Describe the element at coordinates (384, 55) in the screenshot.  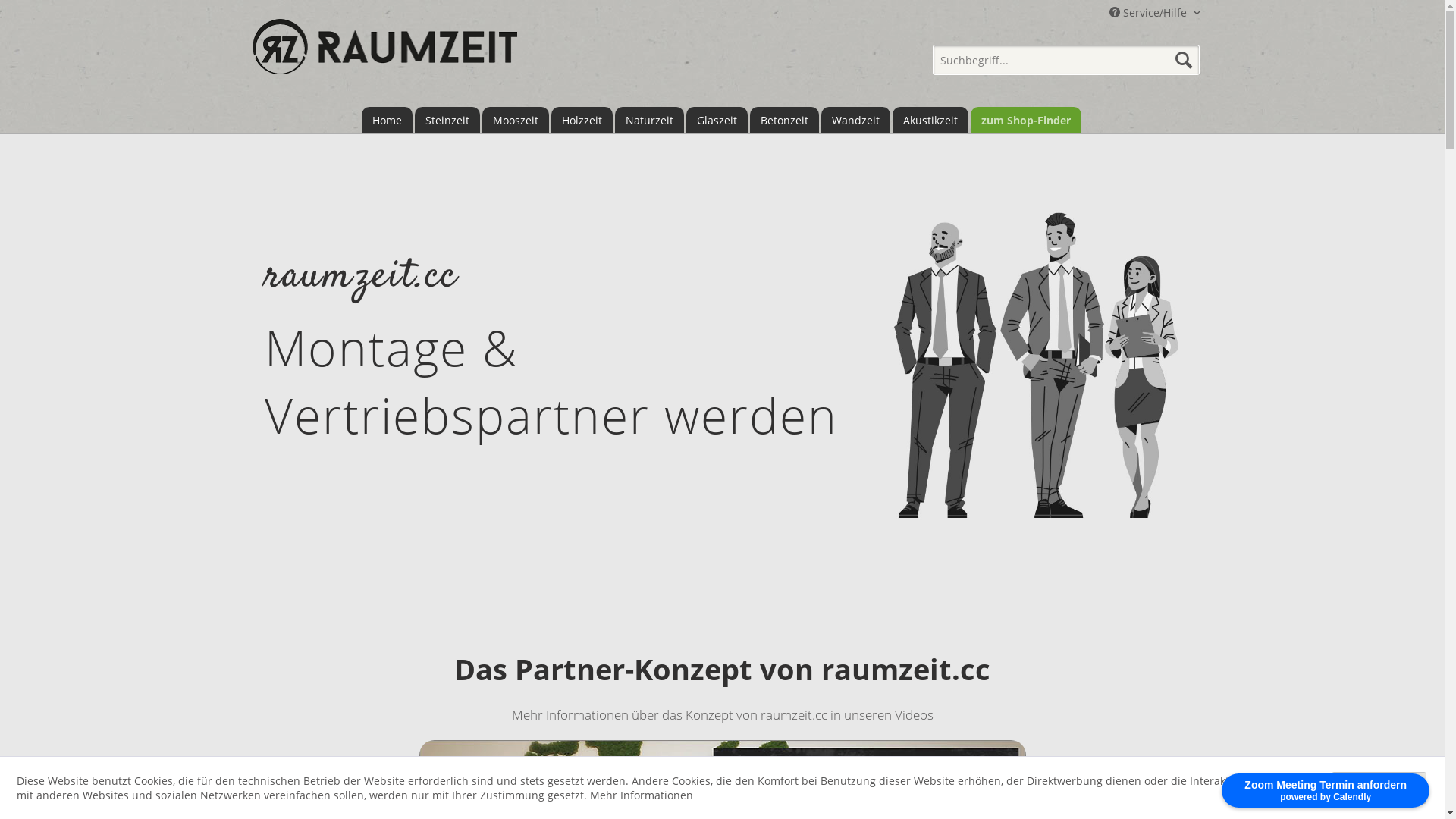
I see `'raumzeit.cc - zur Startseite wechseln'` at that location.